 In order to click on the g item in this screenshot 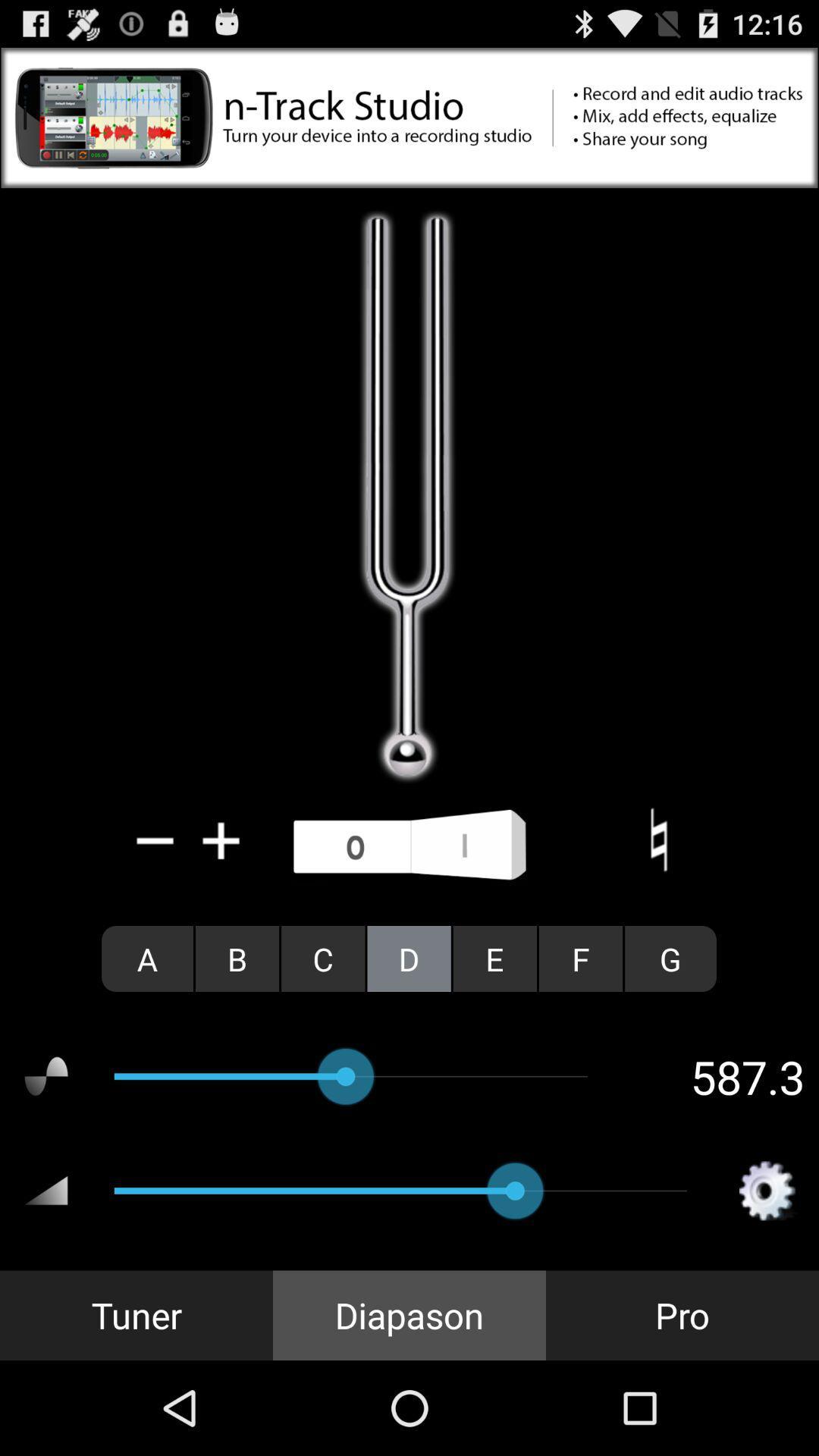, I will do `click(670, 958)`.